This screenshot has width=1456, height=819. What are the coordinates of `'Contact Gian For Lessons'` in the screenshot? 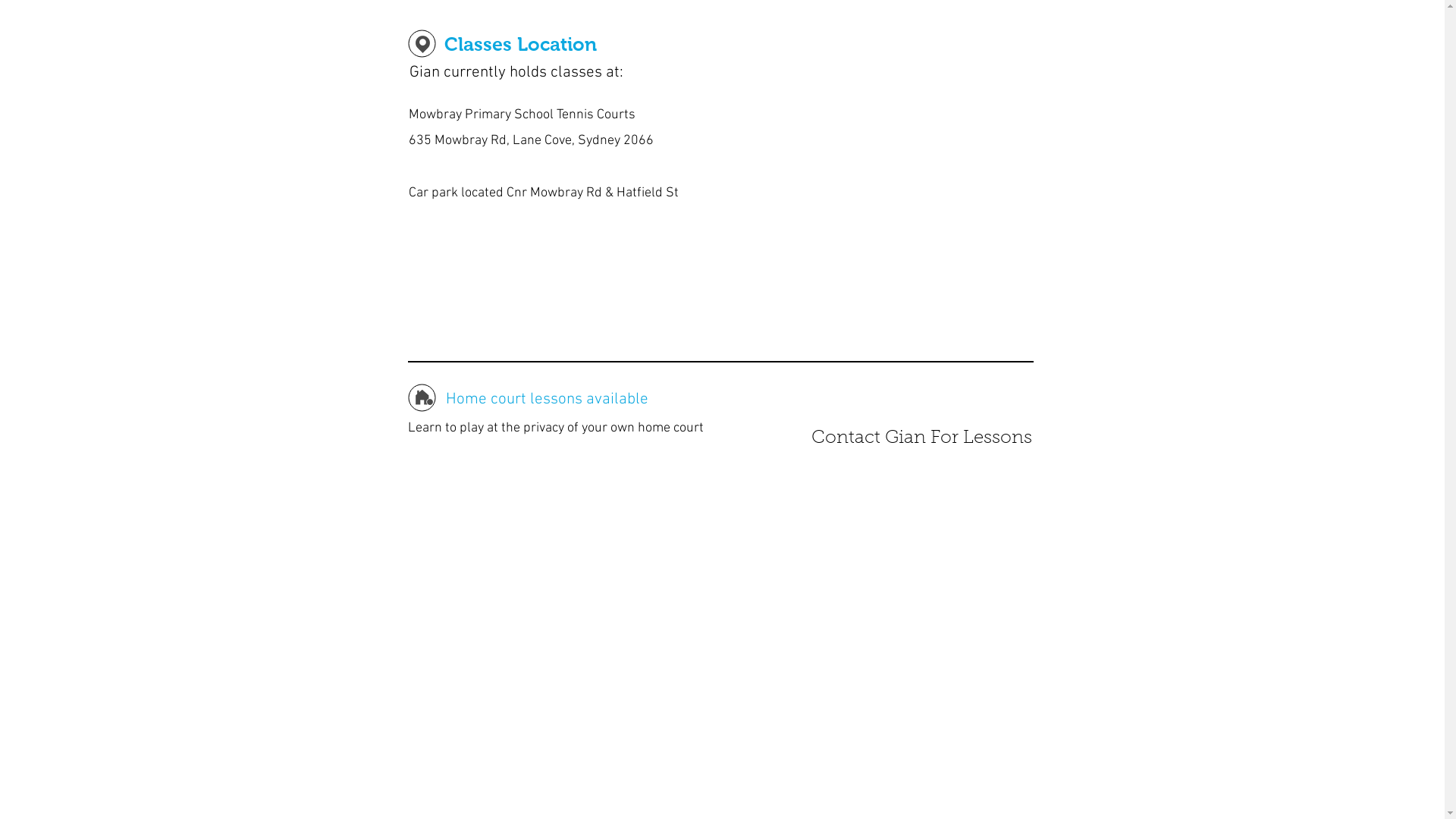 It's located at (920, 438).